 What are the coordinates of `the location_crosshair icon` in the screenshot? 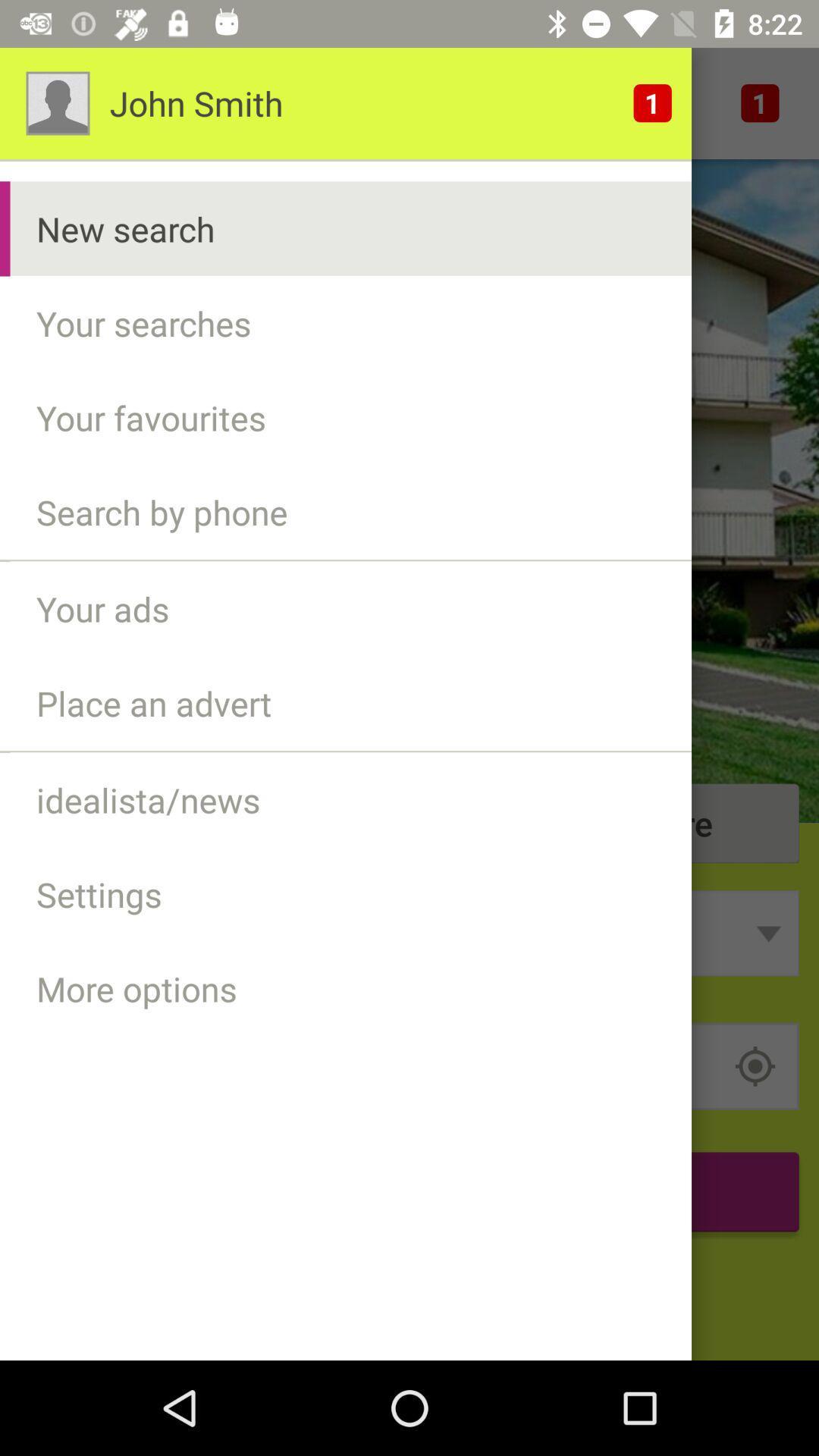 It's located at (755, 1065).